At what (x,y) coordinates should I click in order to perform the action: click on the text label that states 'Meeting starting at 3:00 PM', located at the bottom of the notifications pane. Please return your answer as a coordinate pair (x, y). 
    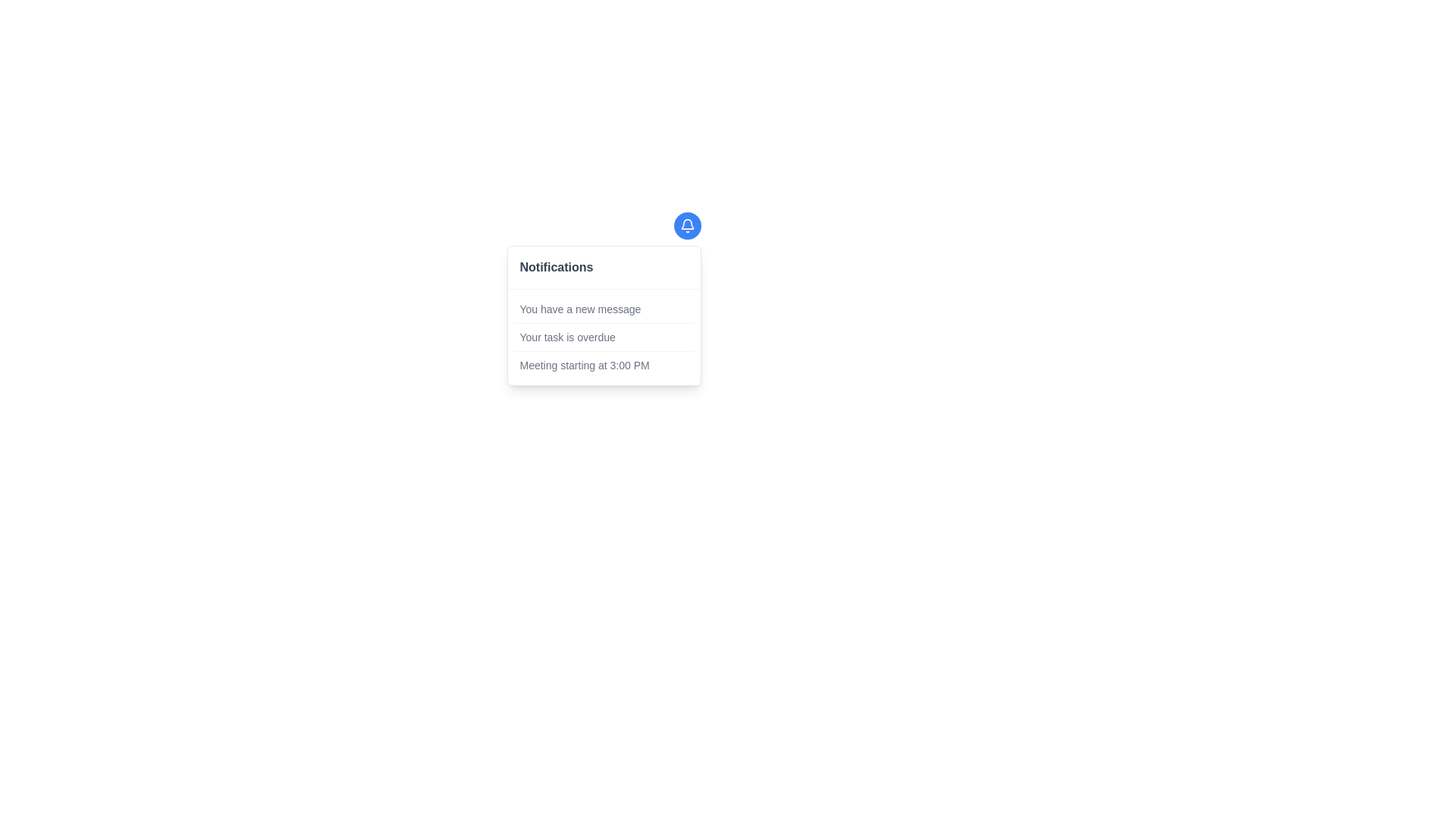
    Looking at the image, I should click on (584, 366).